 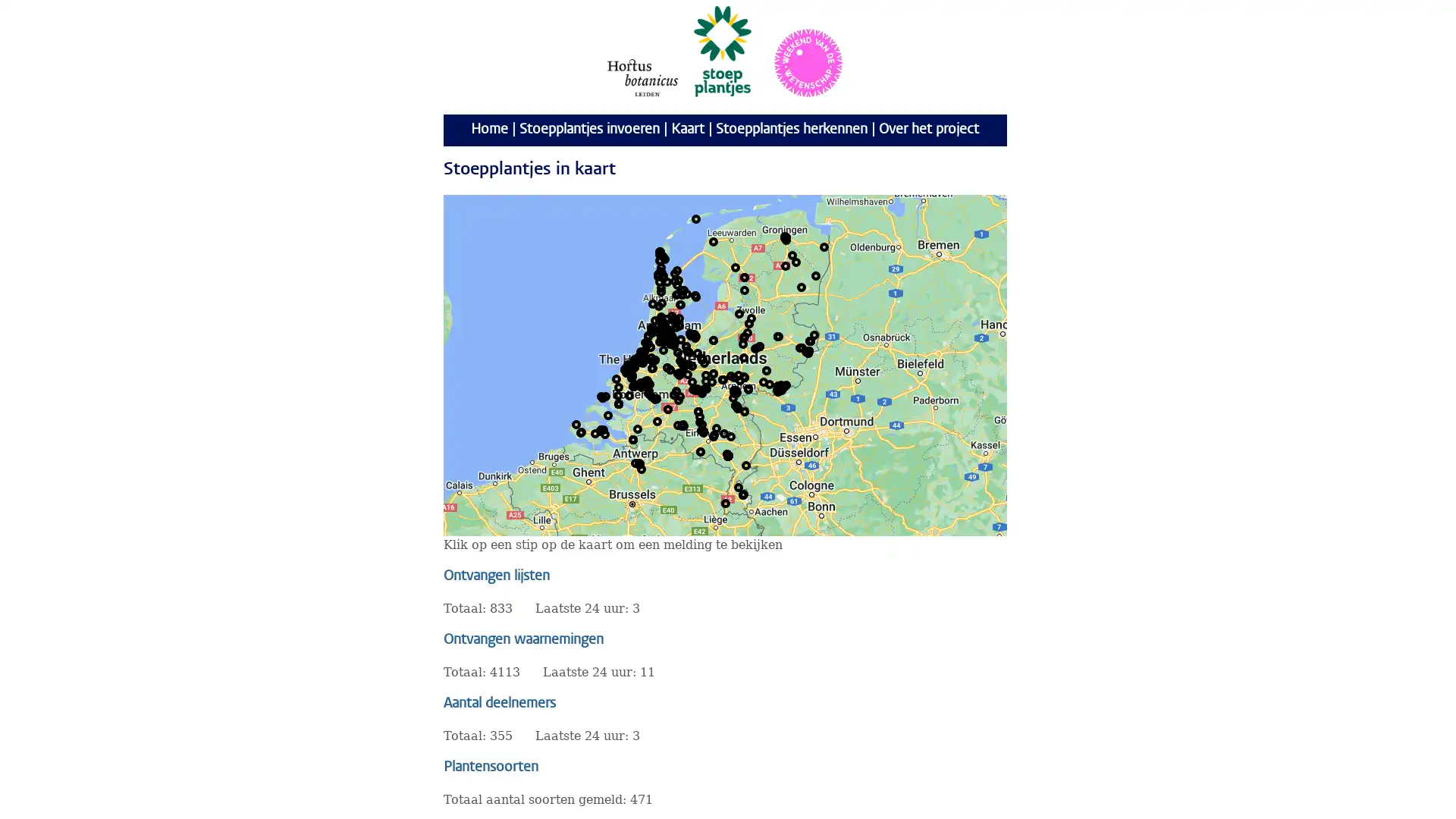 I want to click on Telling van Ilse op 09 mei 2022, so click(x=688, y=363).